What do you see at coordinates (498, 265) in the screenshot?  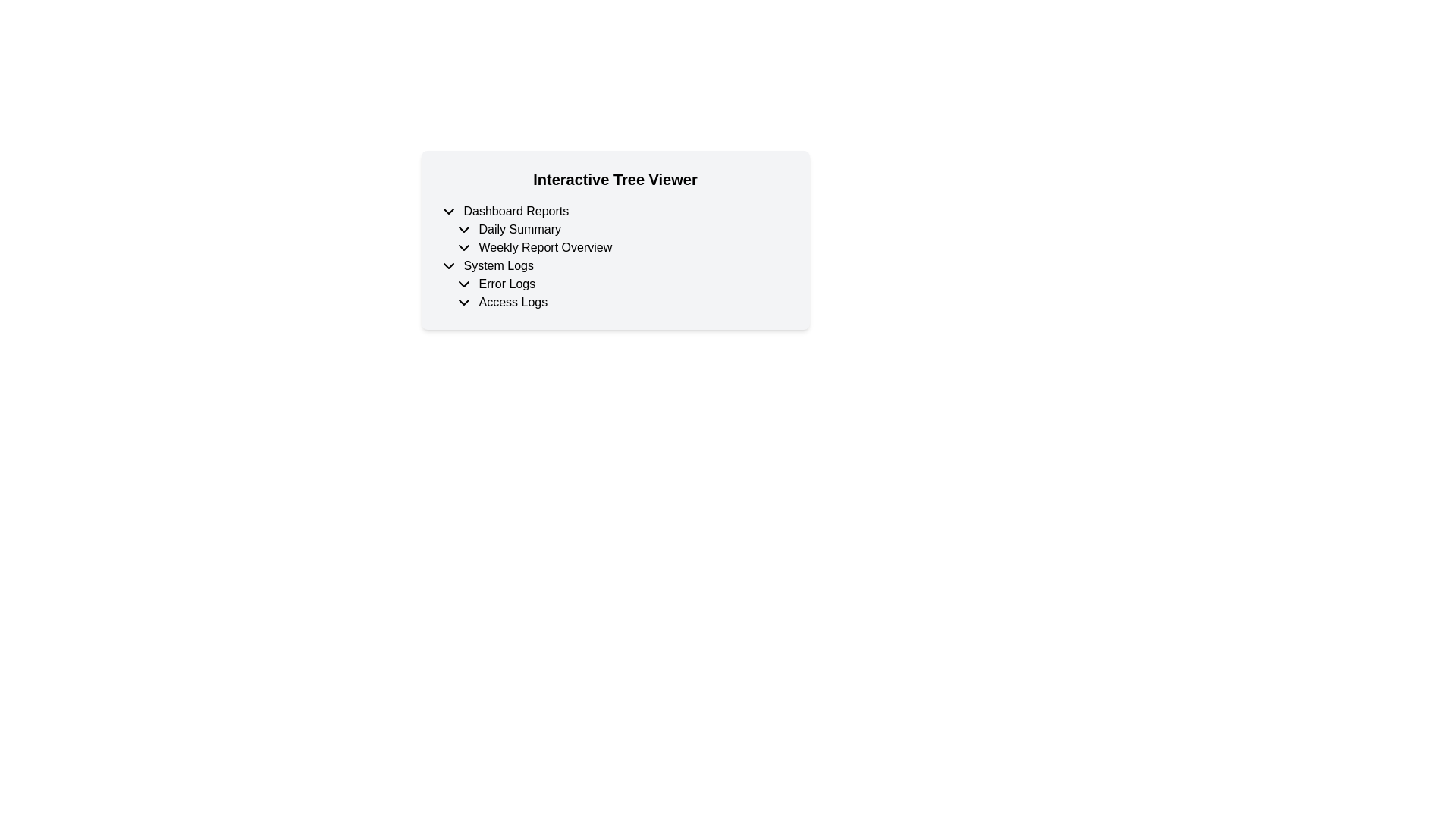 I see `the 'System Logs' label within the tree navigation structure, located under 'Weekly Report Overview'` at bounding box center [498, 265].